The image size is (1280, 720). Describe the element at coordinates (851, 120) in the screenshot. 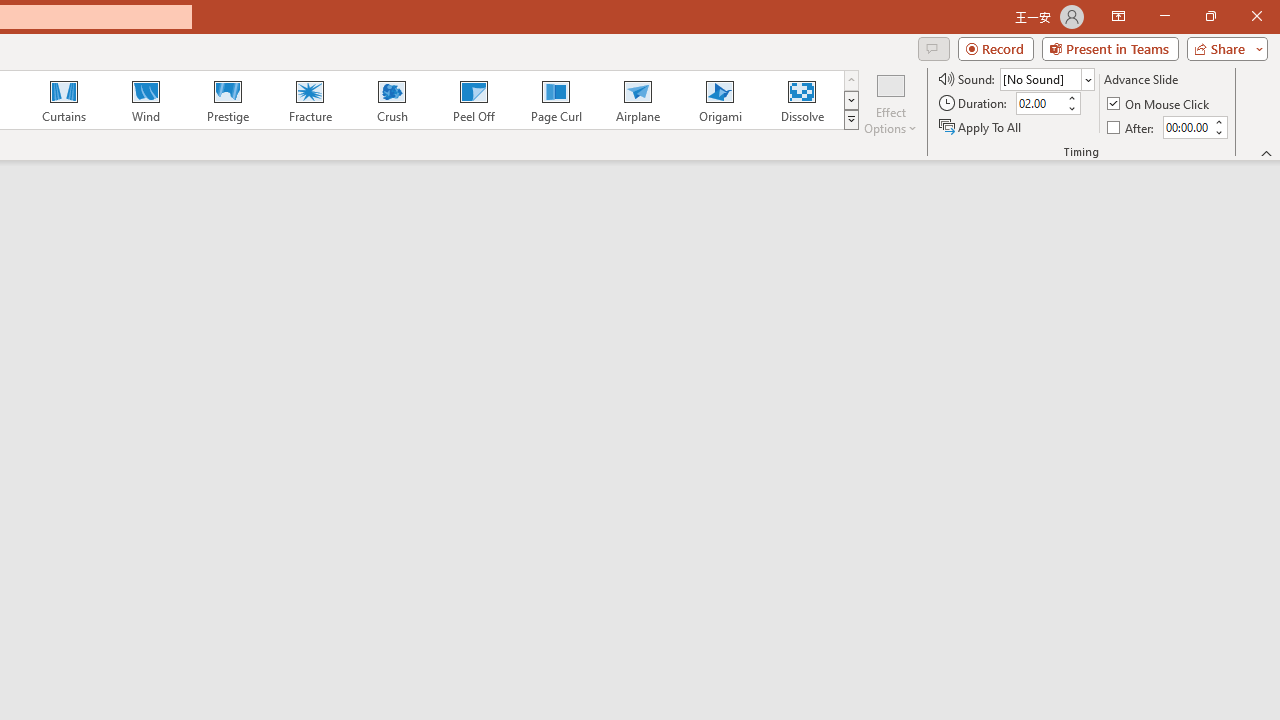

I see `'Transition Effects'` at that location.